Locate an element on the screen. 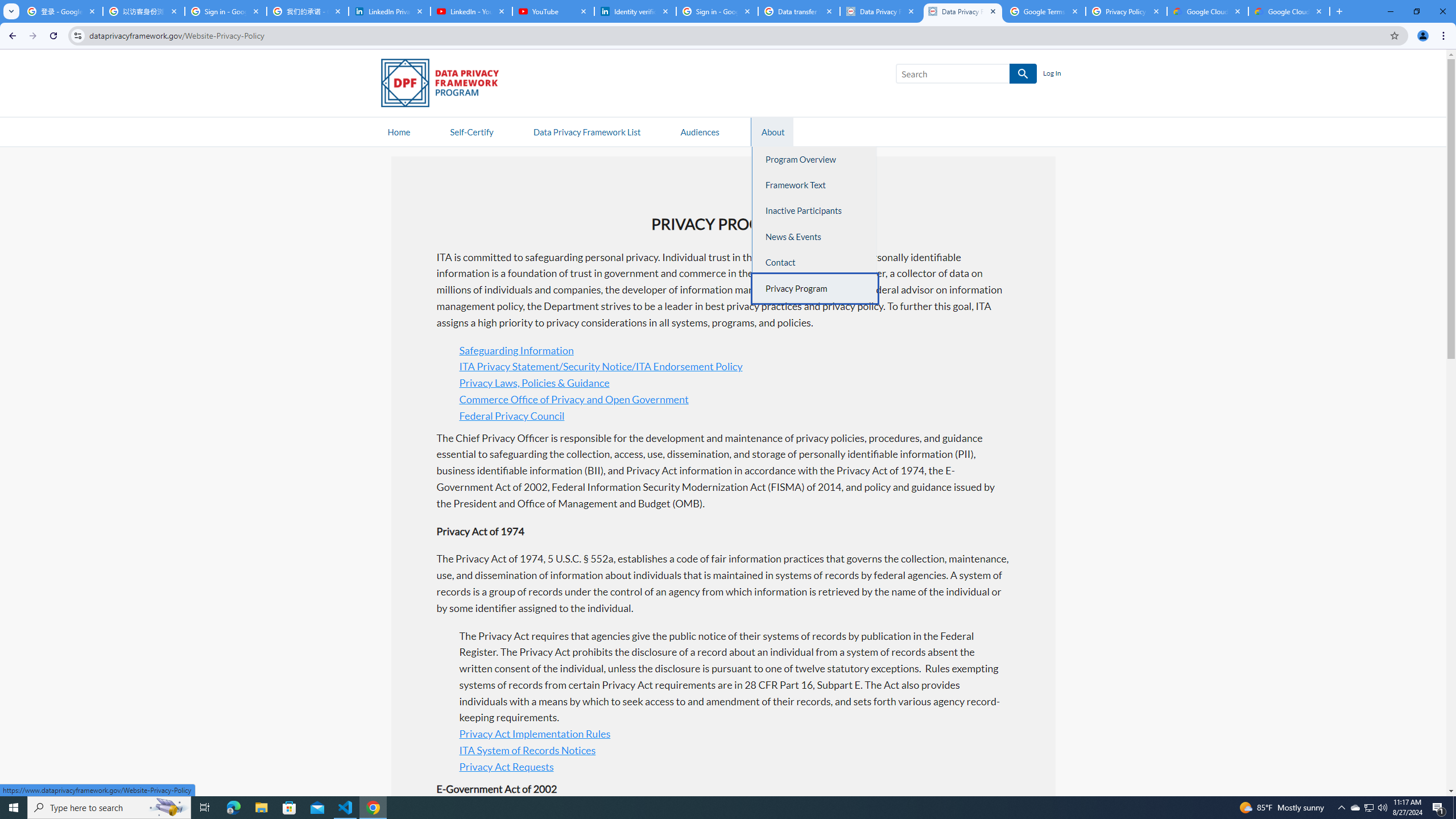  'Log In' is located at coordinates (1051, 73).